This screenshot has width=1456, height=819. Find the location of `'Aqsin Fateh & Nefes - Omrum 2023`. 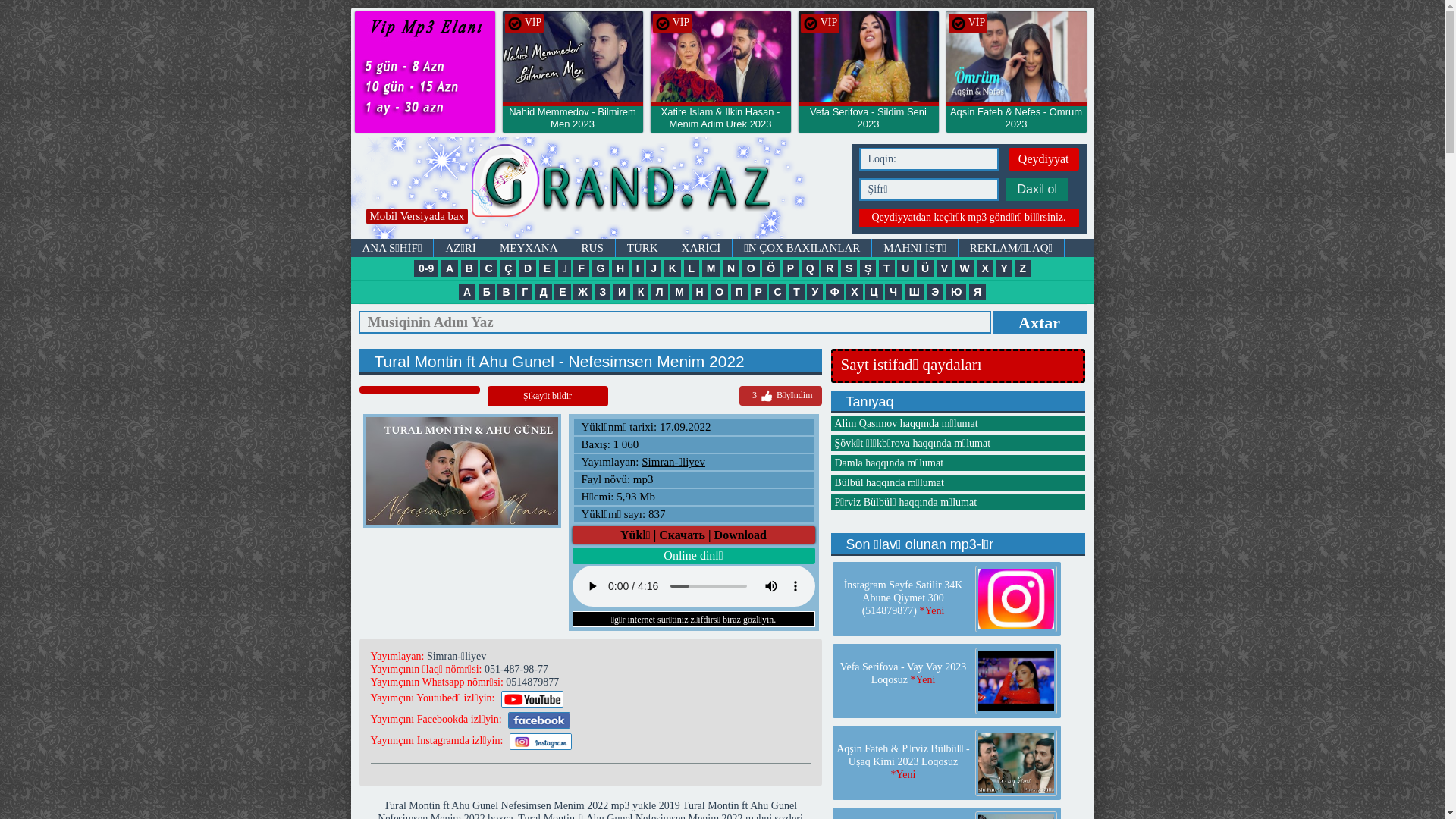

'Aqsin Fateh & Nefes - Omrum 2023 is located at coordinates (1016, 124).